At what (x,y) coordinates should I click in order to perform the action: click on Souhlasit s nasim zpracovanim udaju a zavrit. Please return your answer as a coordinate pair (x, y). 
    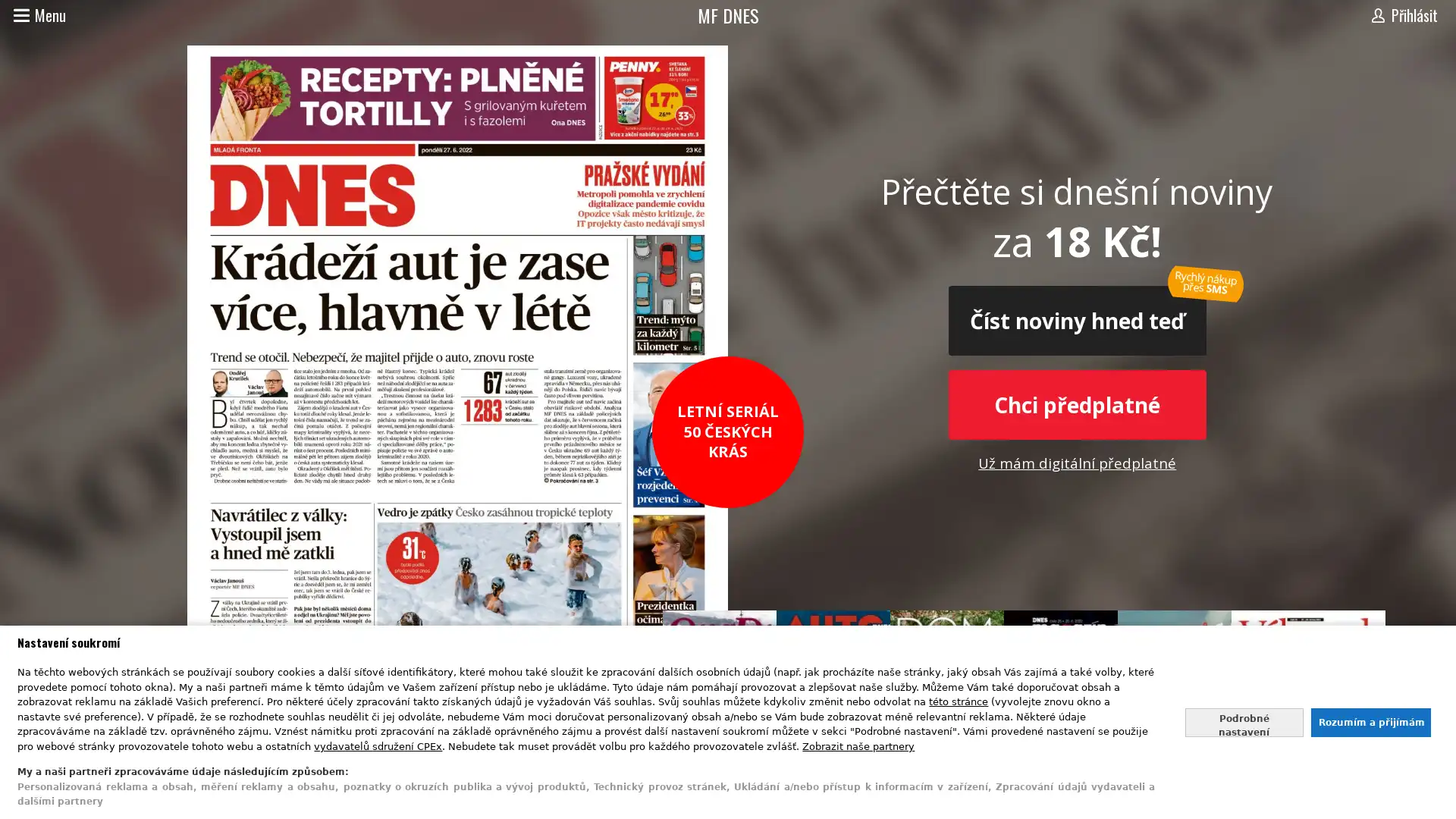
    Looking at the image, I should click on (1370, 721).